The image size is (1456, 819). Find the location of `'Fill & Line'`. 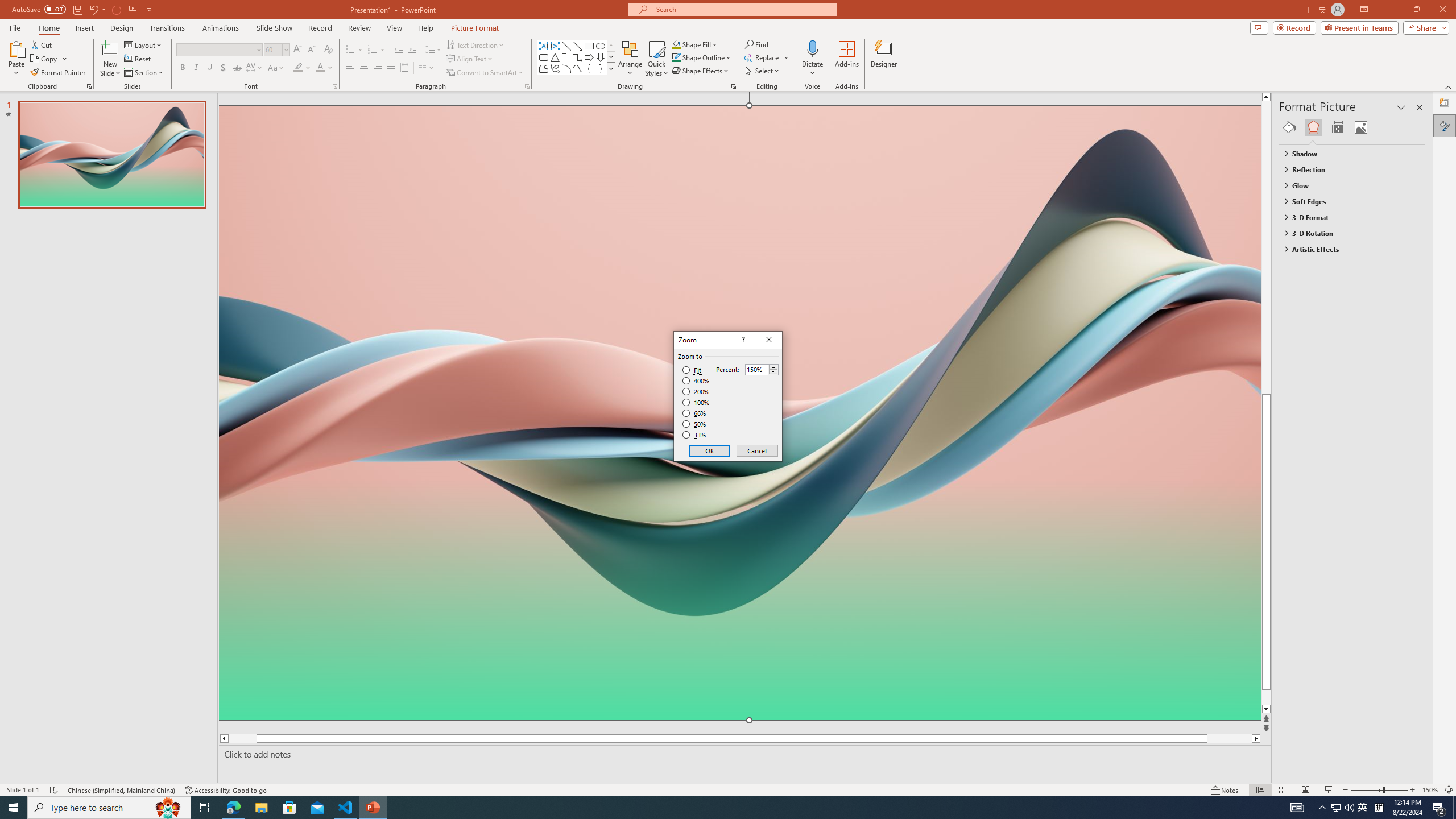

'Fill & Line' is located at coordinates (1289, 126).